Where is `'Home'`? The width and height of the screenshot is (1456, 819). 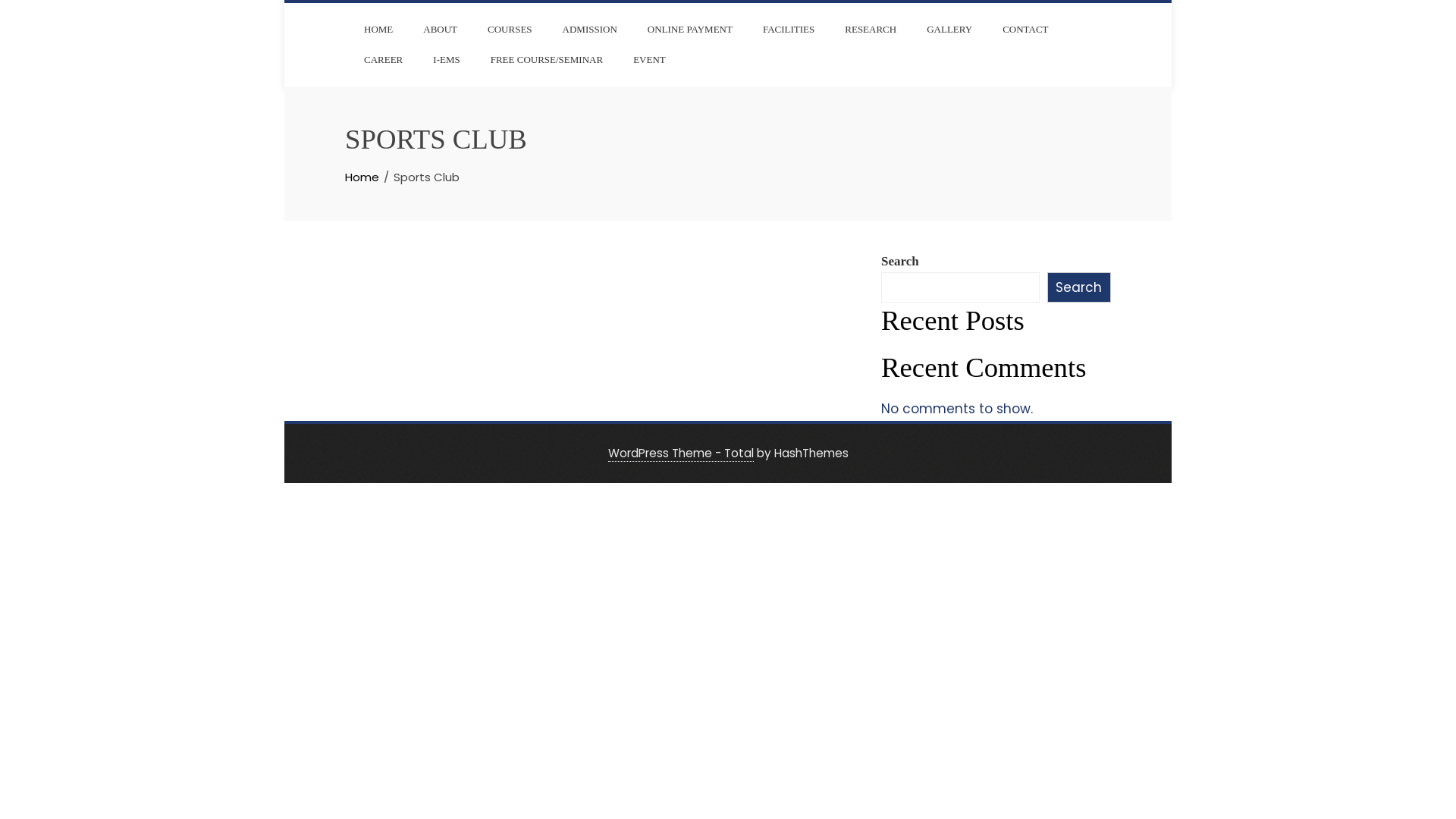
'Home' is located at coordinates (361, 176).